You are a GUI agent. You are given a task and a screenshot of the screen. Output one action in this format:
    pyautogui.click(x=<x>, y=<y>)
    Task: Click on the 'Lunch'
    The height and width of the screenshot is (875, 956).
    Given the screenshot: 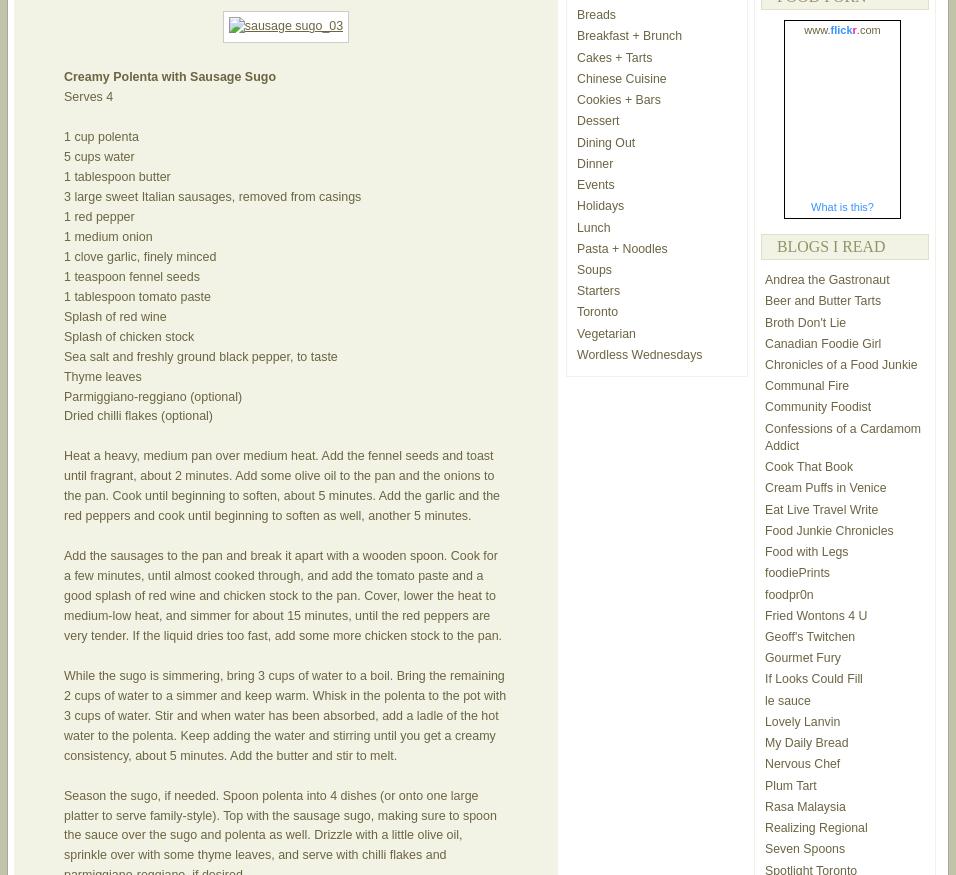 What is the action you would take?
    pyautogui.click(x=592, y=226)
    